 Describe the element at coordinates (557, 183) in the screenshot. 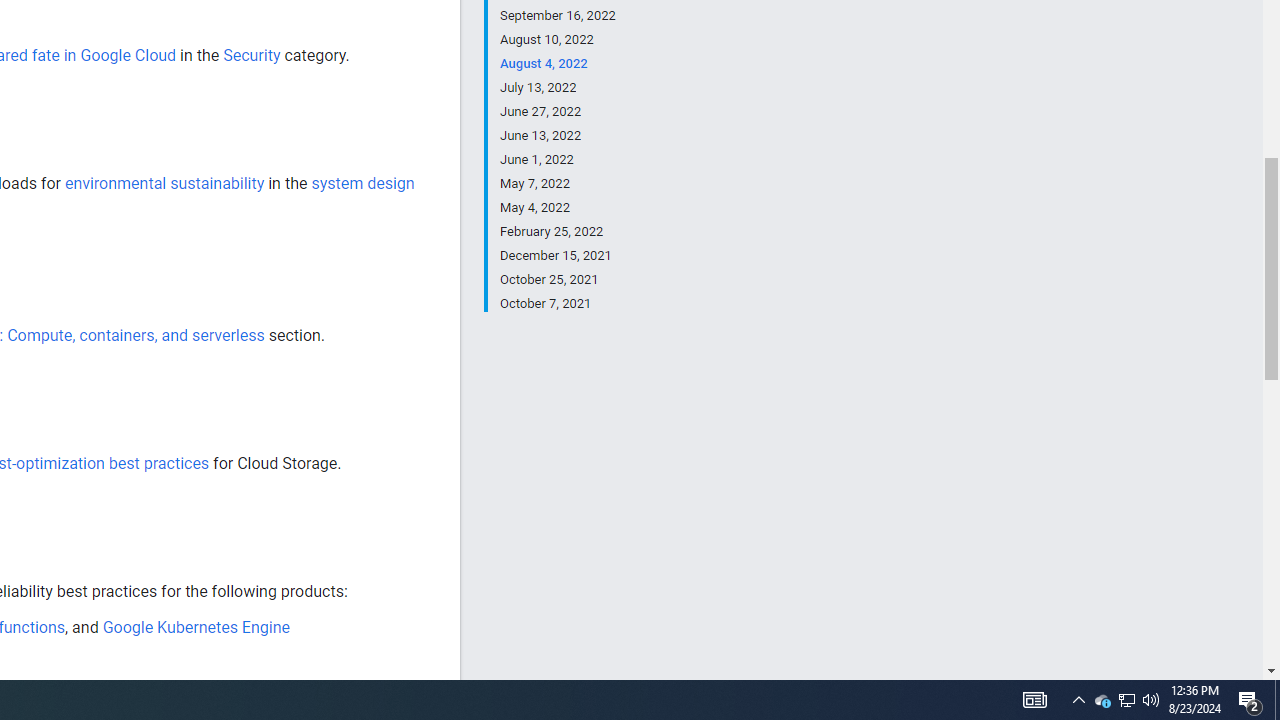

I see `'May 7, 2022'` at that location.